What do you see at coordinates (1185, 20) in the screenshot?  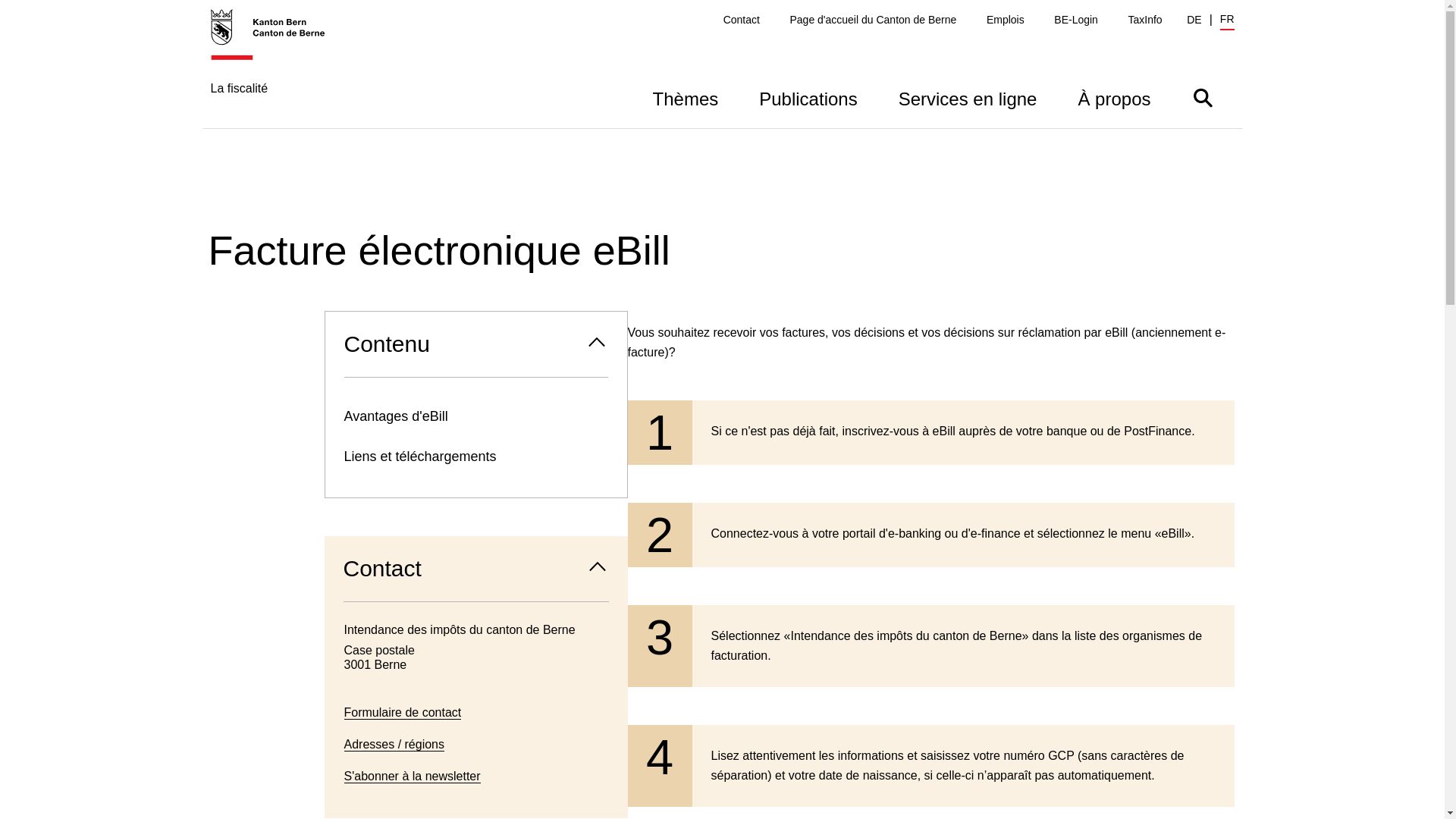 I see `'DE'` at bounding box center [1185, 20].